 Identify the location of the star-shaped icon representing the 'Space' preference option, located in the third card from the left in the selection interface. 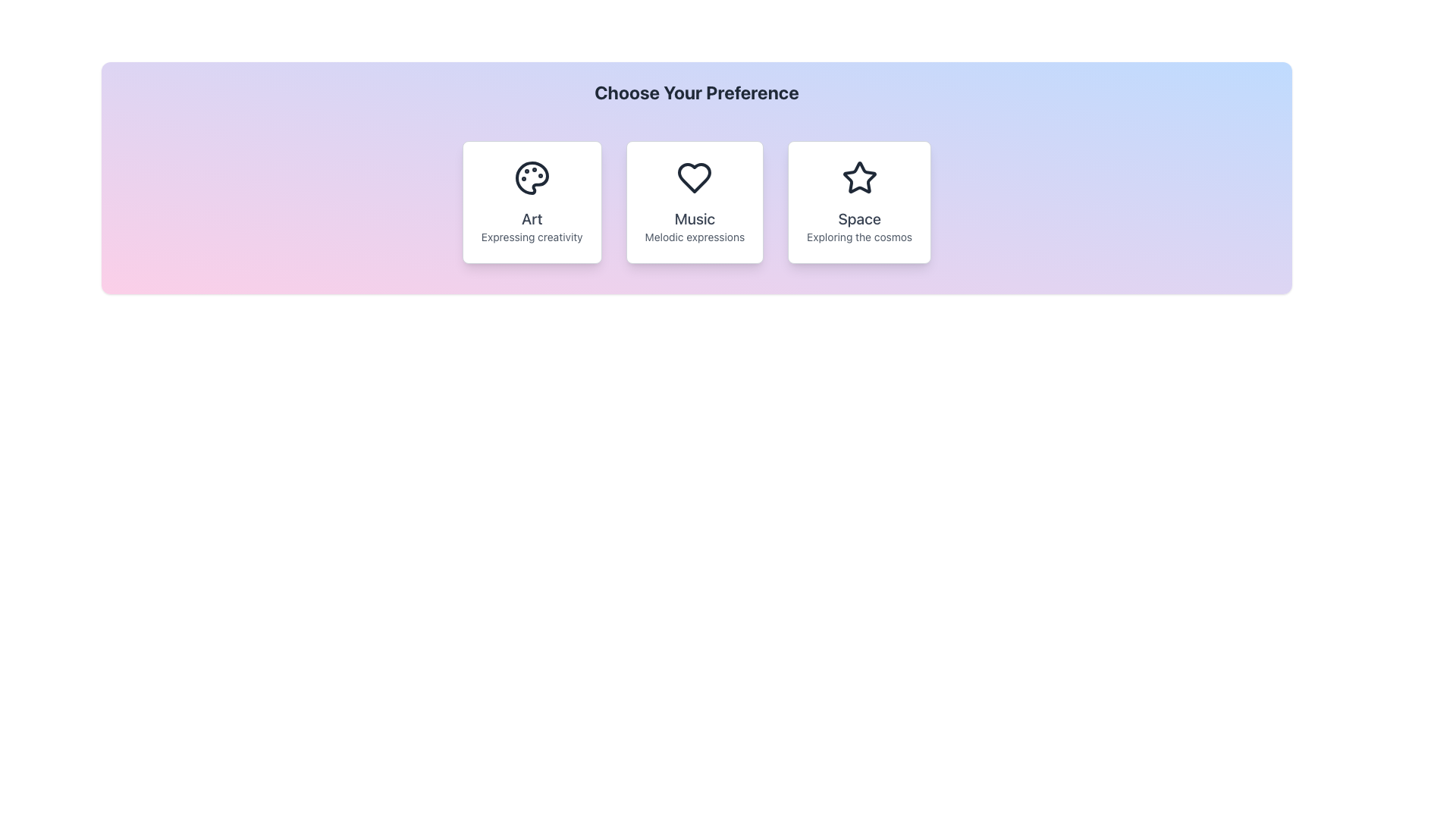
(859, 177).